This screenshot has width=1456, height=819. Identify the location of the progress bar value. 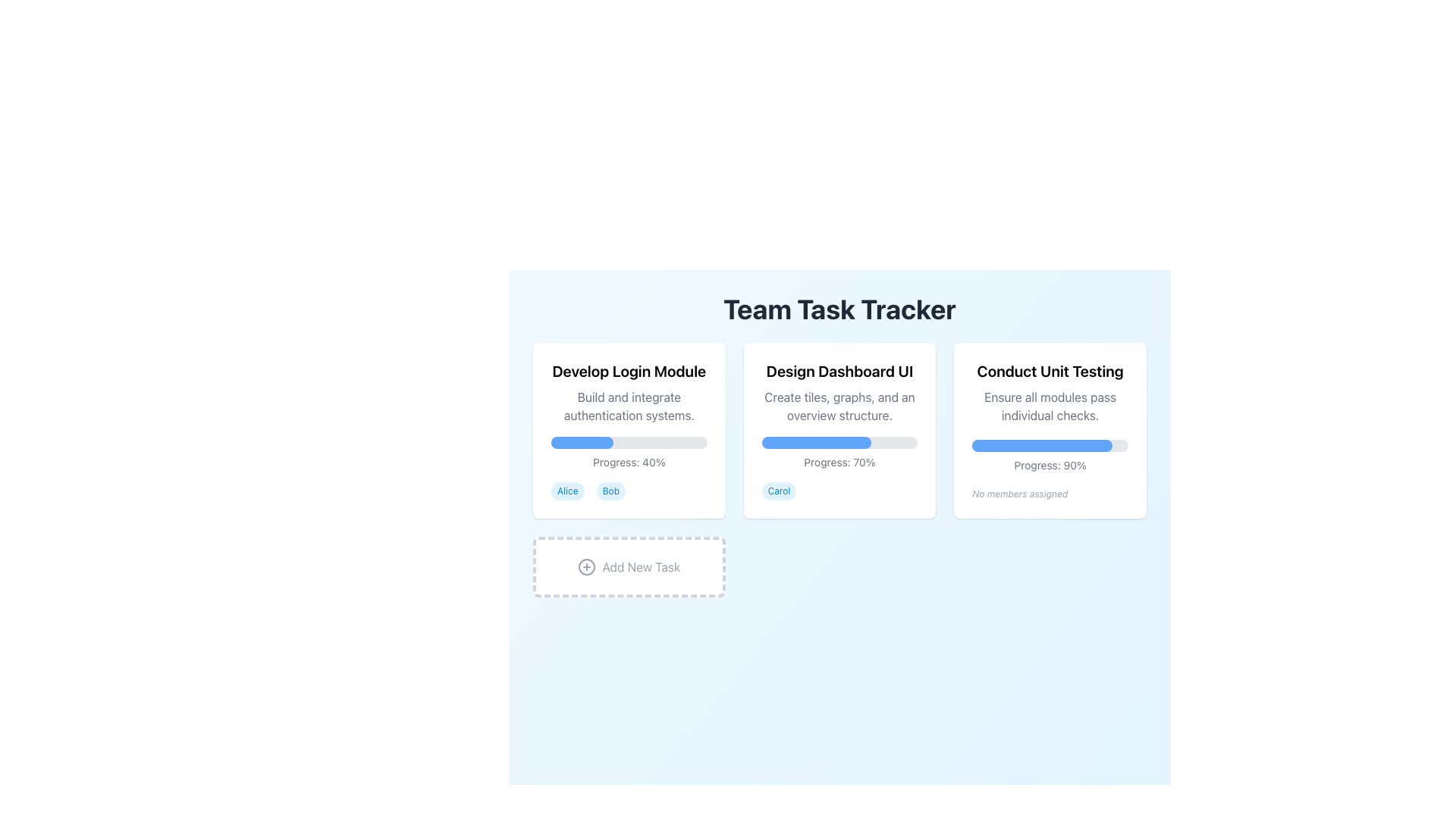
(612, 442).